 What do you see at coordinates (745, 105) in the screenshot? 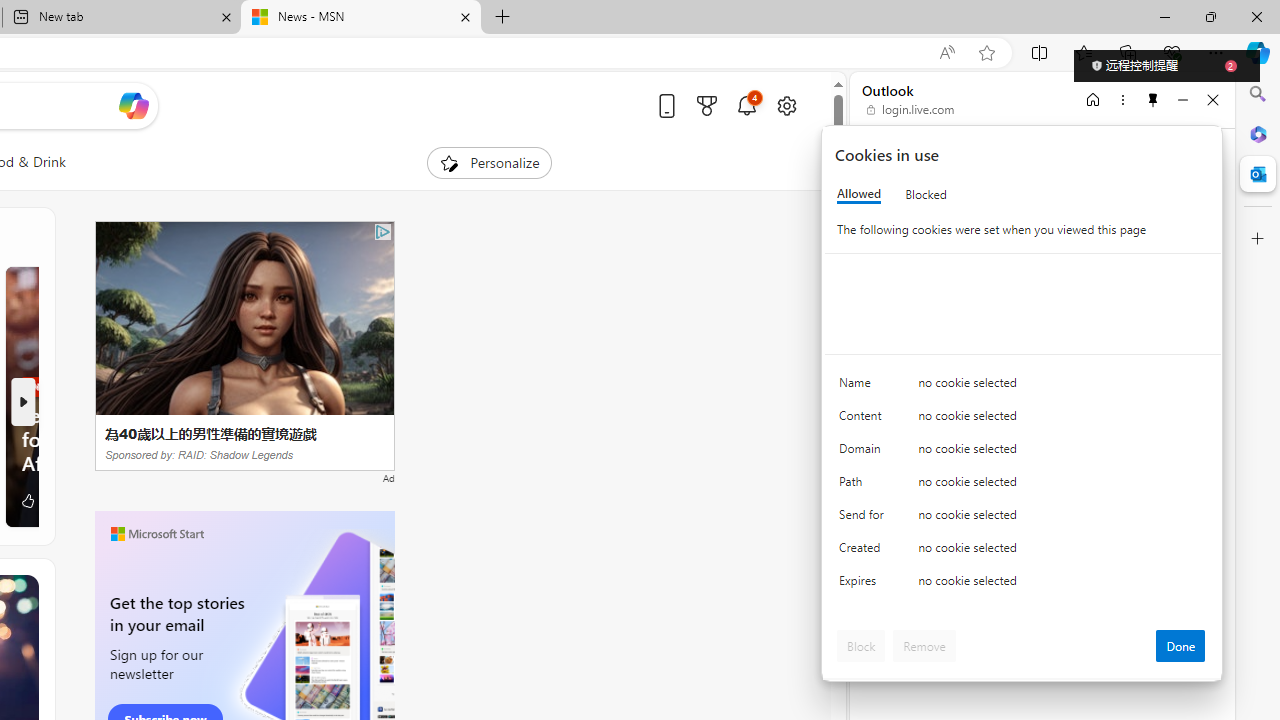
I see `'Notifications'` at bounding box center [745, 105].